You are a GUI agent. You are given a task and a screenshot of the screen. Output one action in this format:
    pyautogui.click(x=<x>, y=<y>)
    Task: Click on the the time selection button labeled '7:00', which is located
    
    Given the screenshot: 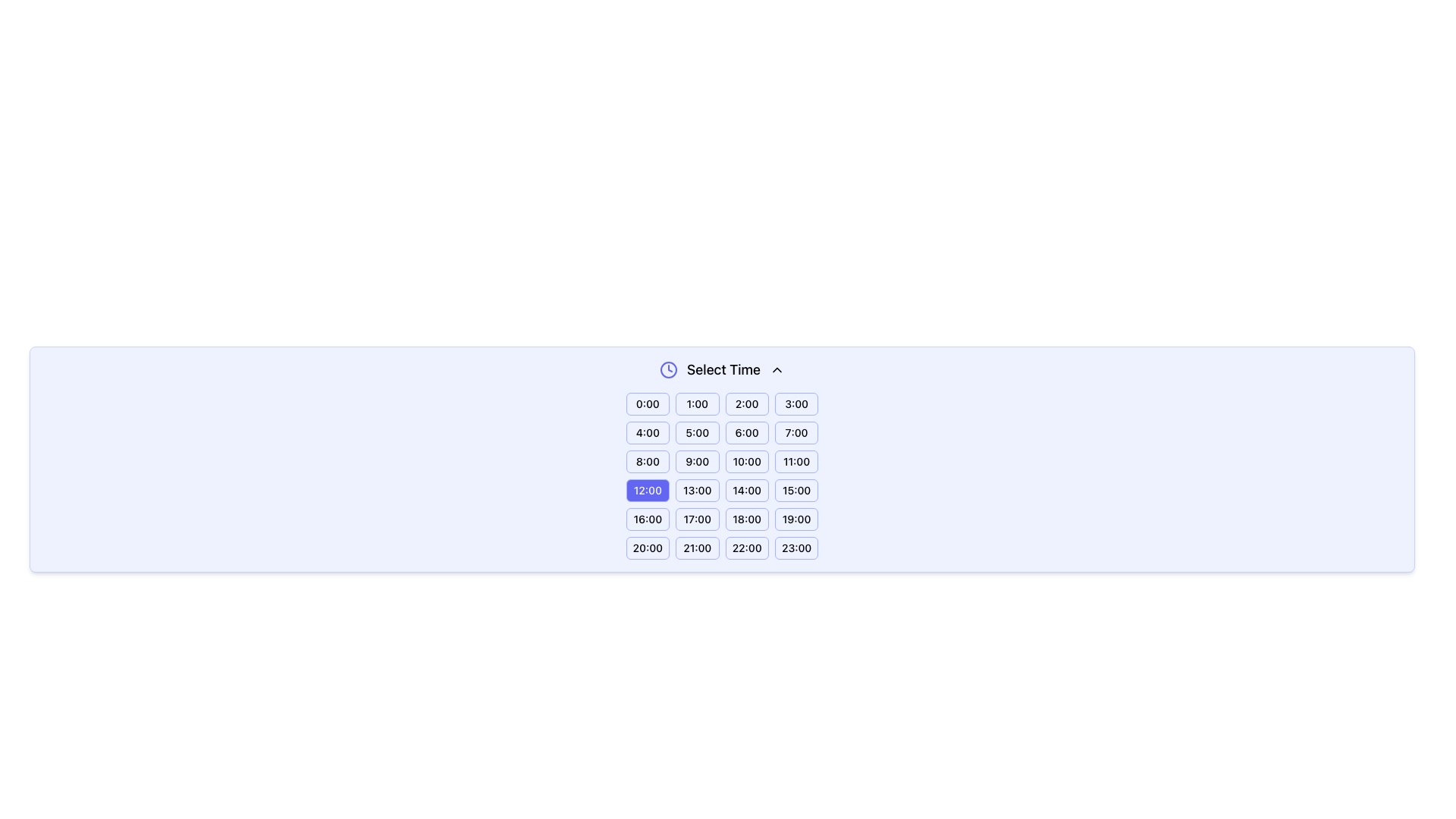 What is the action you would take?
    pyautogui.click(x=795, y=432)
    